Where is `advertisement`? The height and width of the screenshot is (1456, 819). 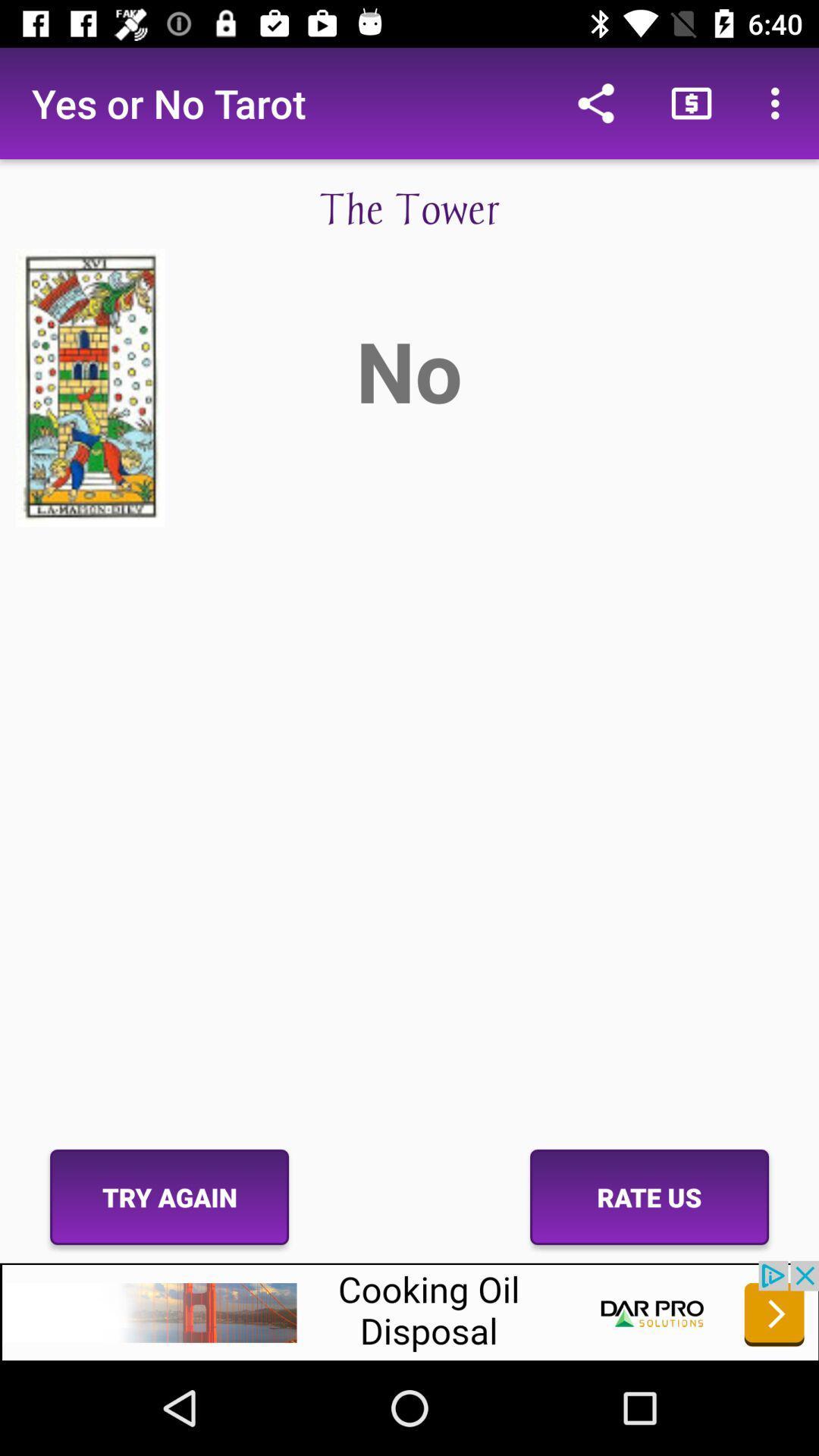 advertisement is located at coordinates (409, 1310).